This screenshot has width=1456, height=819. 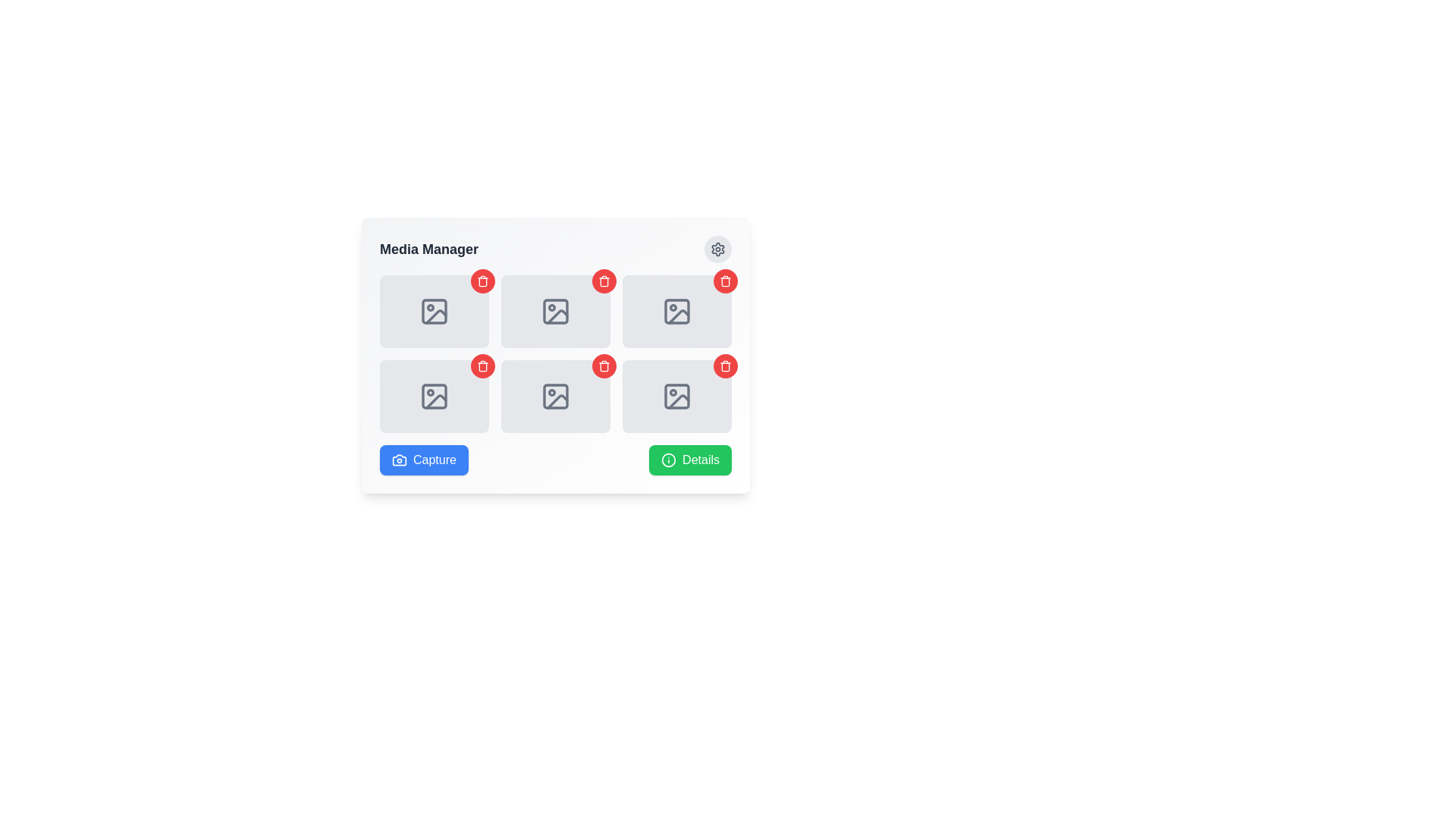 I want to click on the tile in the third row and third column of the grid, which has a light gray background and an image file outline icon in the center, so click(x=676, y=396).